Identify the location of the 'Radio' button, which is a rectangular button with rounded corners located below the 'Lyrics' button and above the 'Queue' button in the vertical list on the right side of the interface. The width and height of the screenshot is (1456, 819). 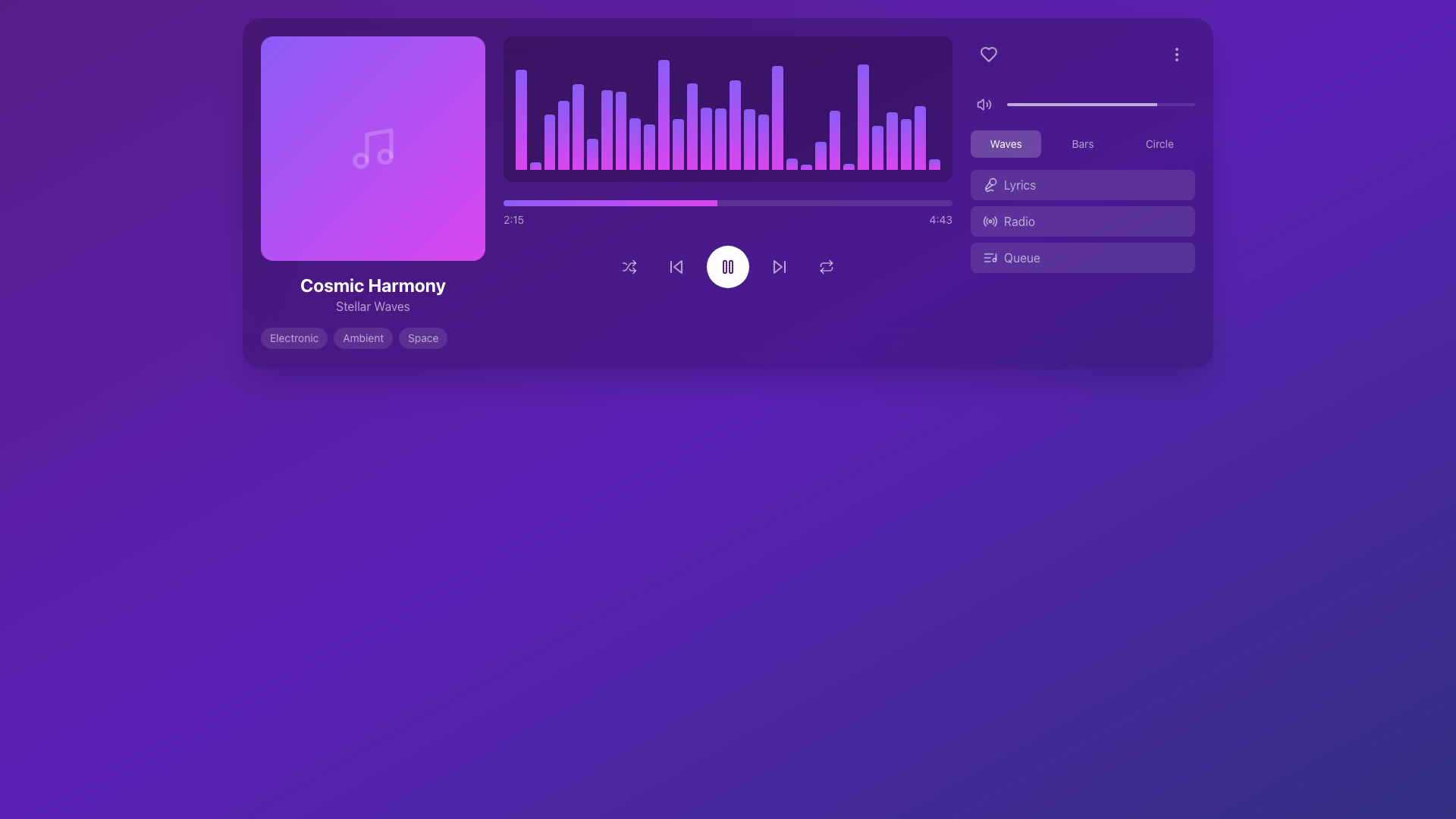
(1082, 221).